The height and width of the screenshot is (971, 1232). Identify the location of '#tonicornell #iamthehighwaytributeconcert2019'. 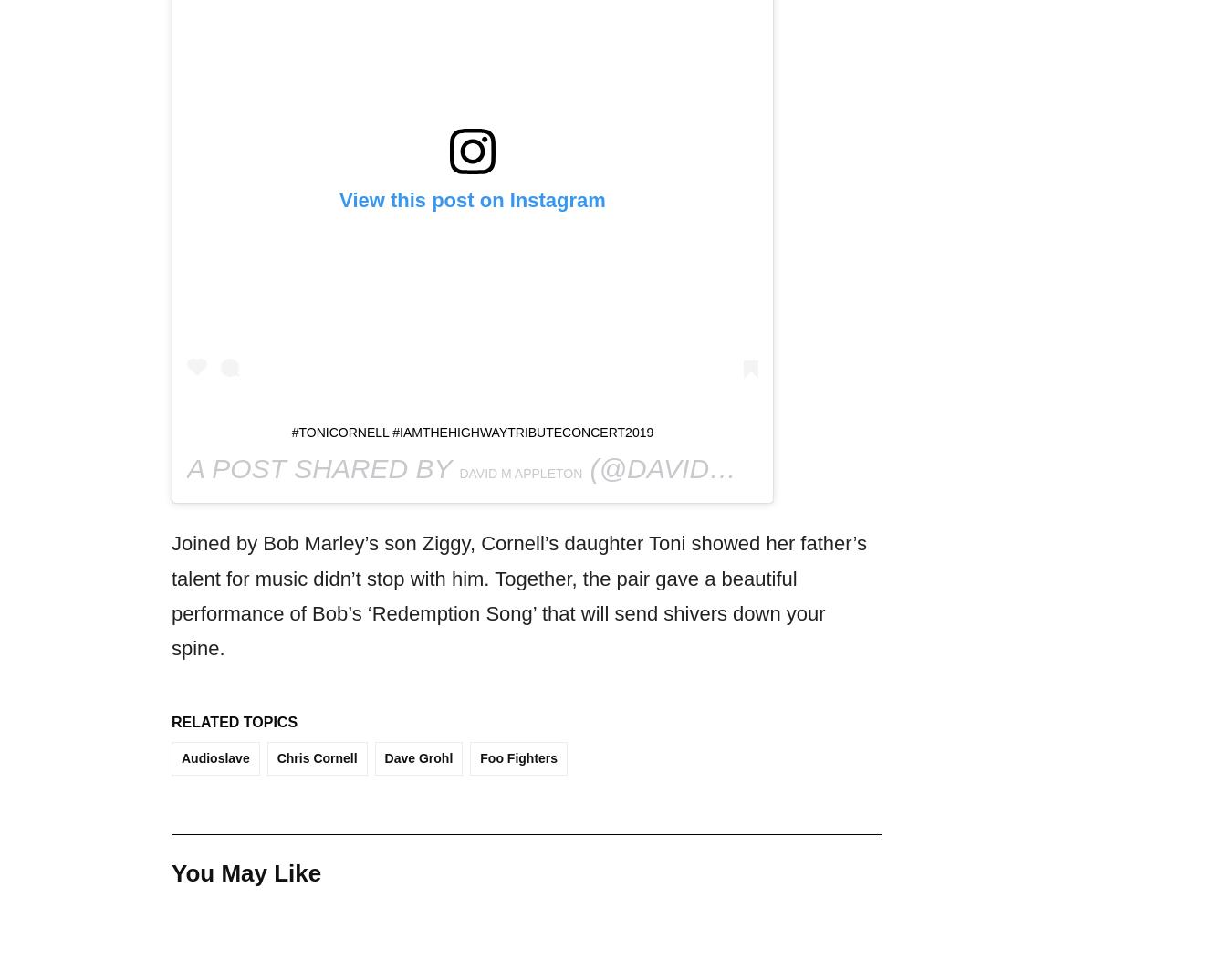
(290, 433).